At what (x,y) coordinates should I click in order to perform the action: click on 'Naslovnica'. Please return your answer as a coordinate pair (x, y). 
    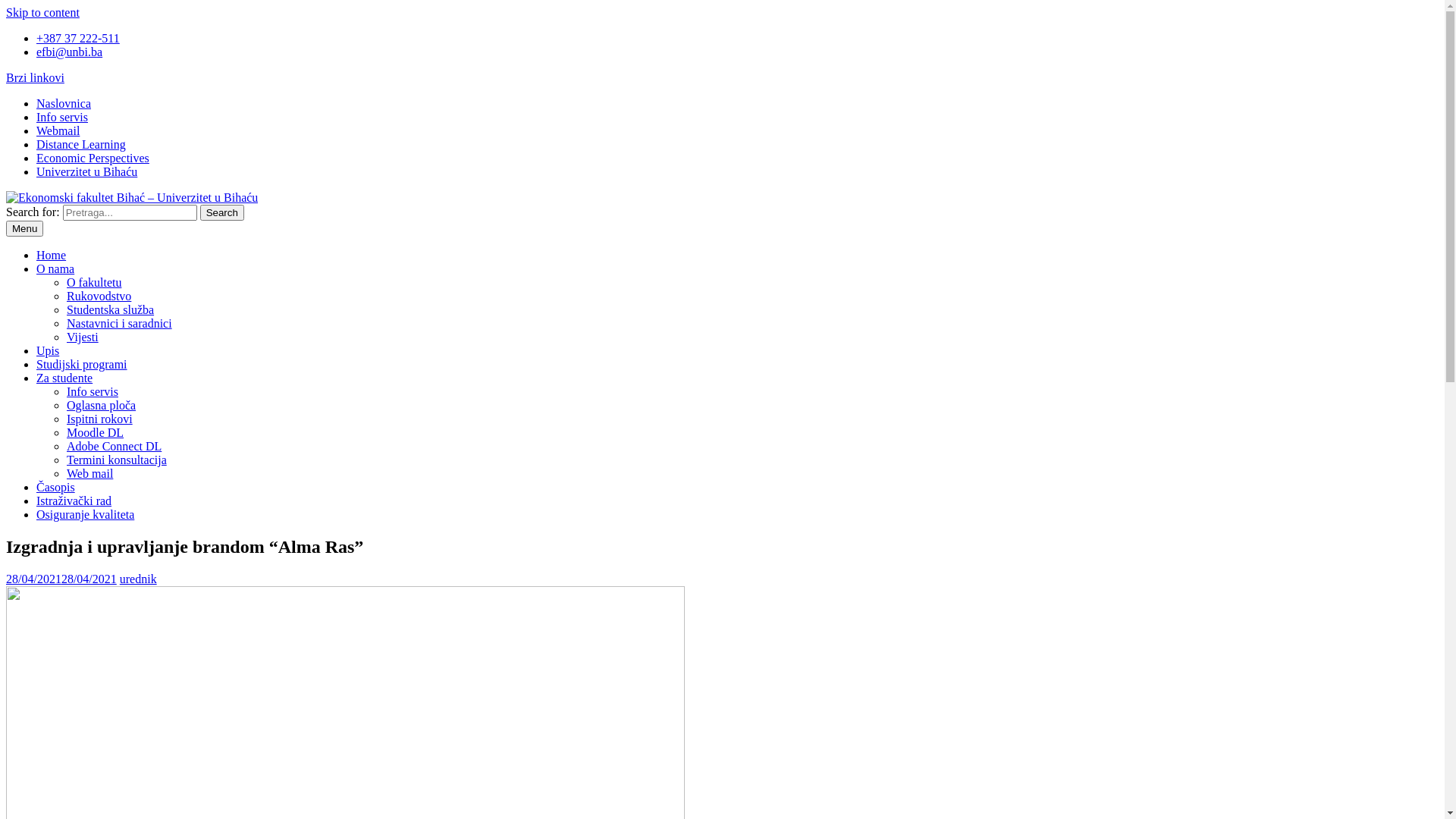
    Looking at the image, I should click on (62, 102).